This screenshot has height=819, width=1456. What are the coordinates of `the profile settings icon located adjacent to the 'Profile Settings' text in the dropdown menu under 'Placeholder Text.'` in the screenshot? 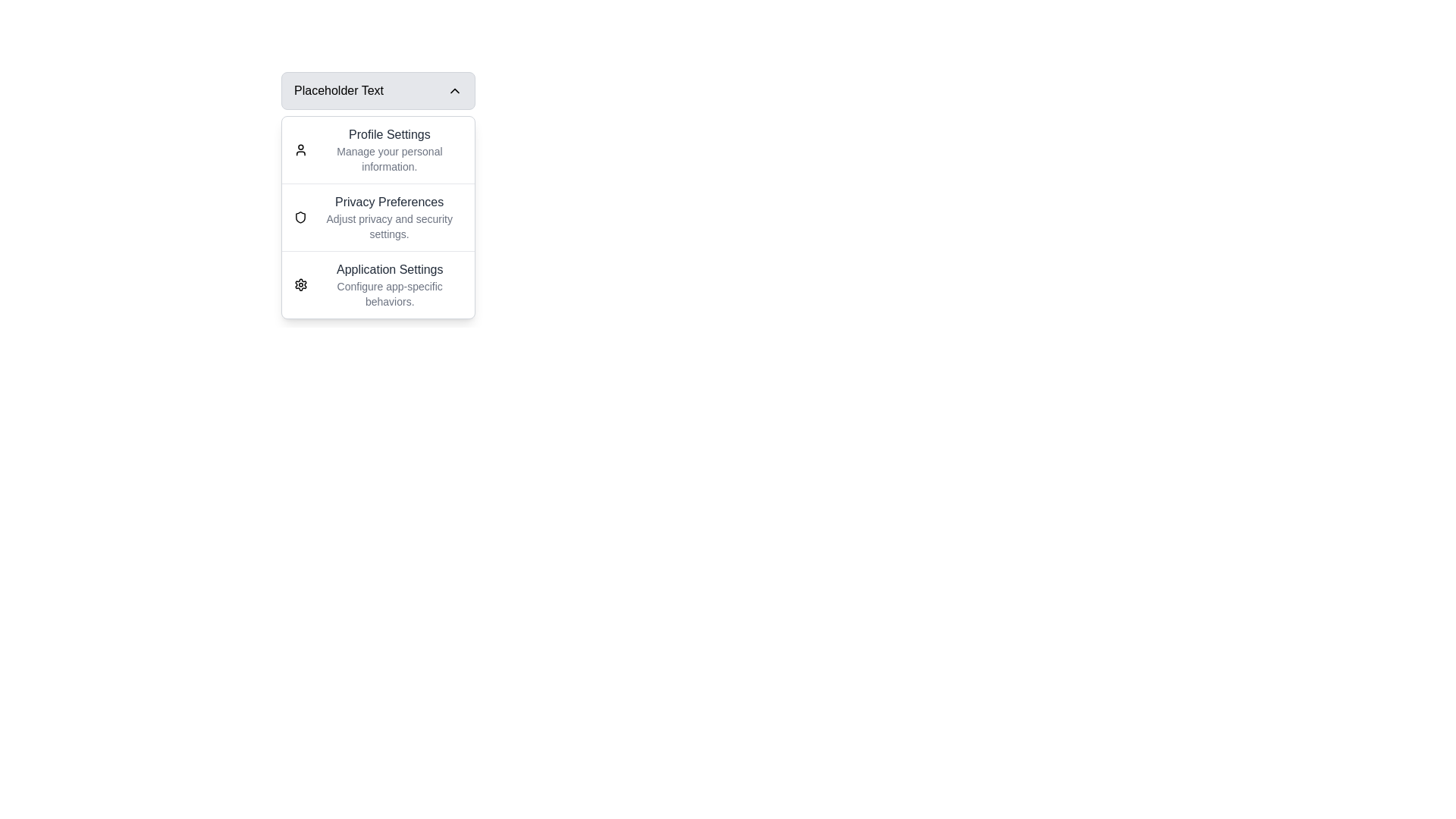 It's located at (300, 149).